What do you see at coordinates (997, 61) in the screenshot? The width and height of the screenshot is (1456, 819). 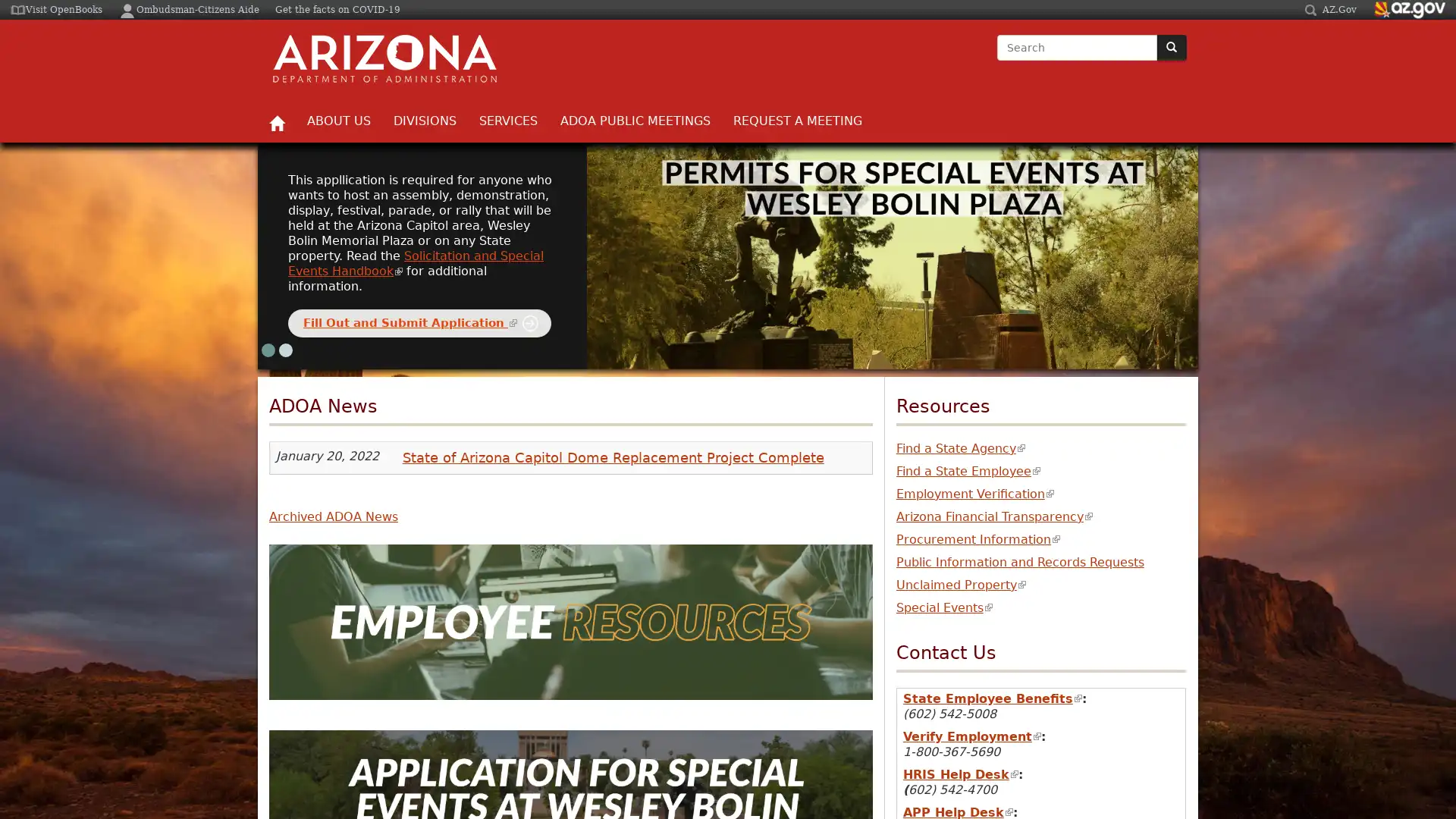 I see `Search` at bounding box center [997, 61].